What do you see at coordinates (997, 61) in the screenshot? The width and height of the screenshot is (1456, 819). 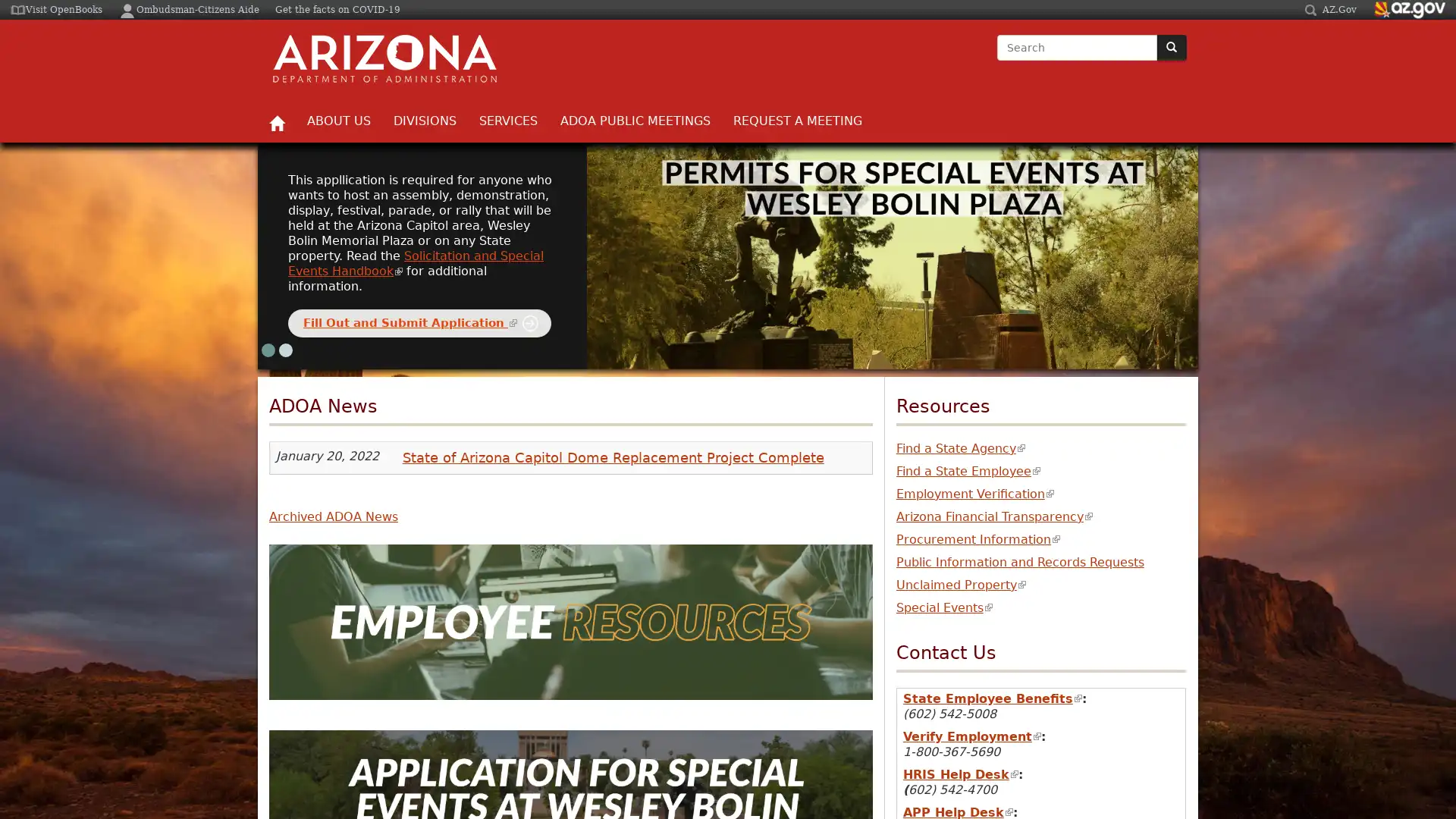 I see `Search` at bounding box center [997, 61].